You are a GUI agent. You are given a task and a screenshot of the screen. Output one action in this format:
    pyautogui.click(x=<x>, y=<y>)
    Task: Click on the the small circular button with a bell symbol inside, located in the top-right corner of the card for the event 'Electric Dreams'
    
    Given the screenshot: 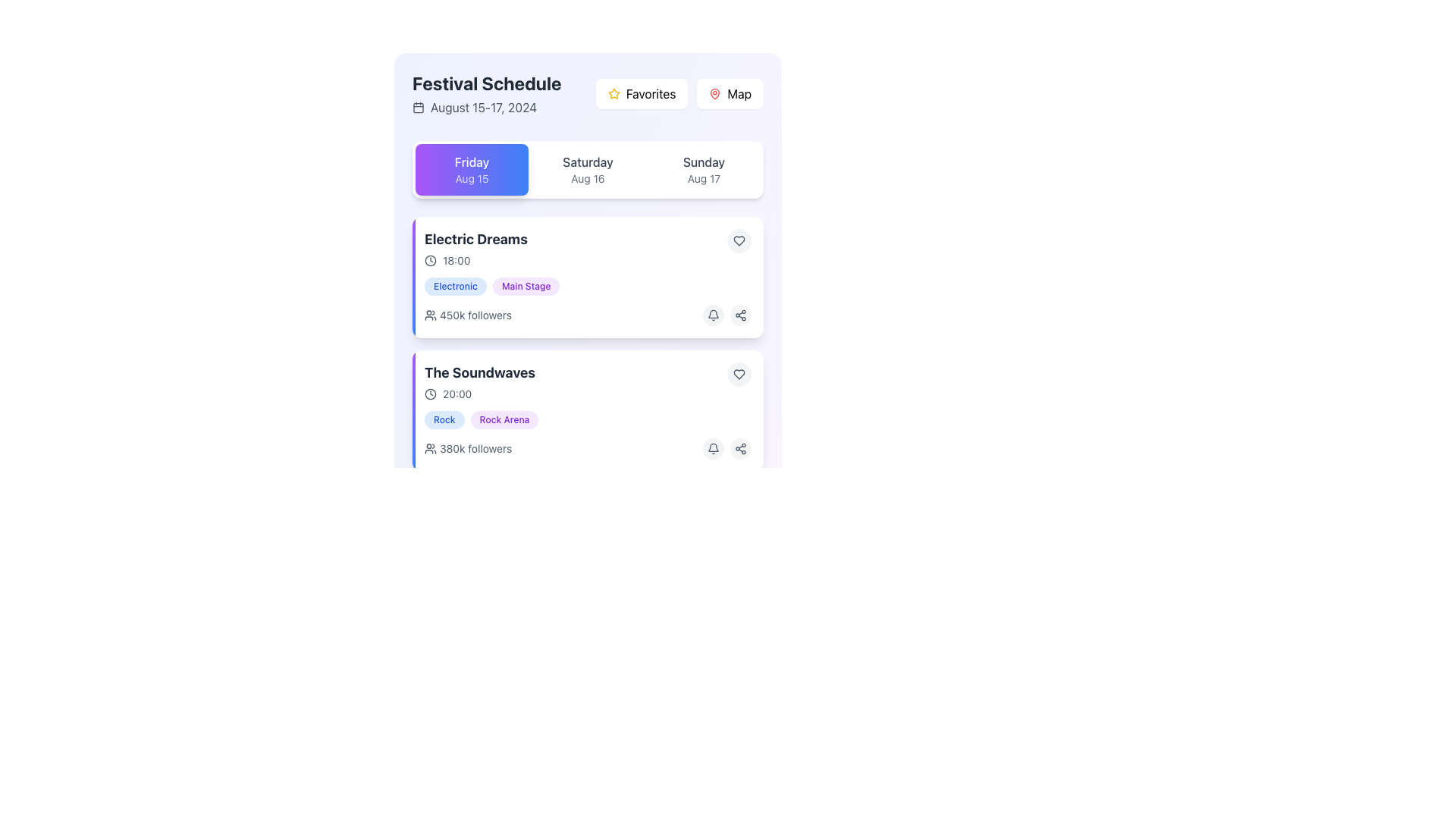 What is the action you would take?
    pyautogui.click(x=712, y=315)
    